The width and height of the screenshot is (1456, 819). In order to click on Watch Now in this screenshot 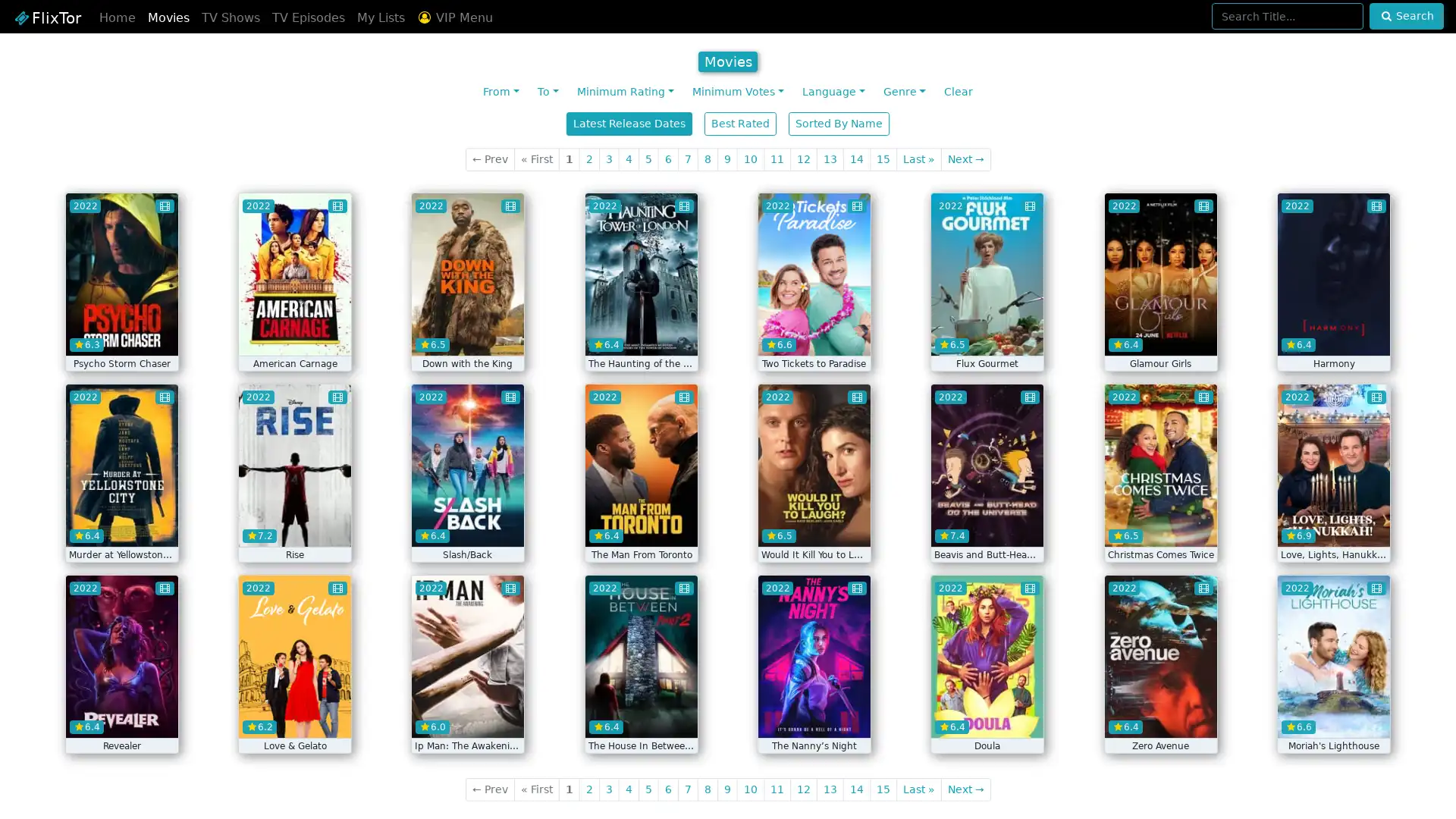, I will do `click(987, 332)`.